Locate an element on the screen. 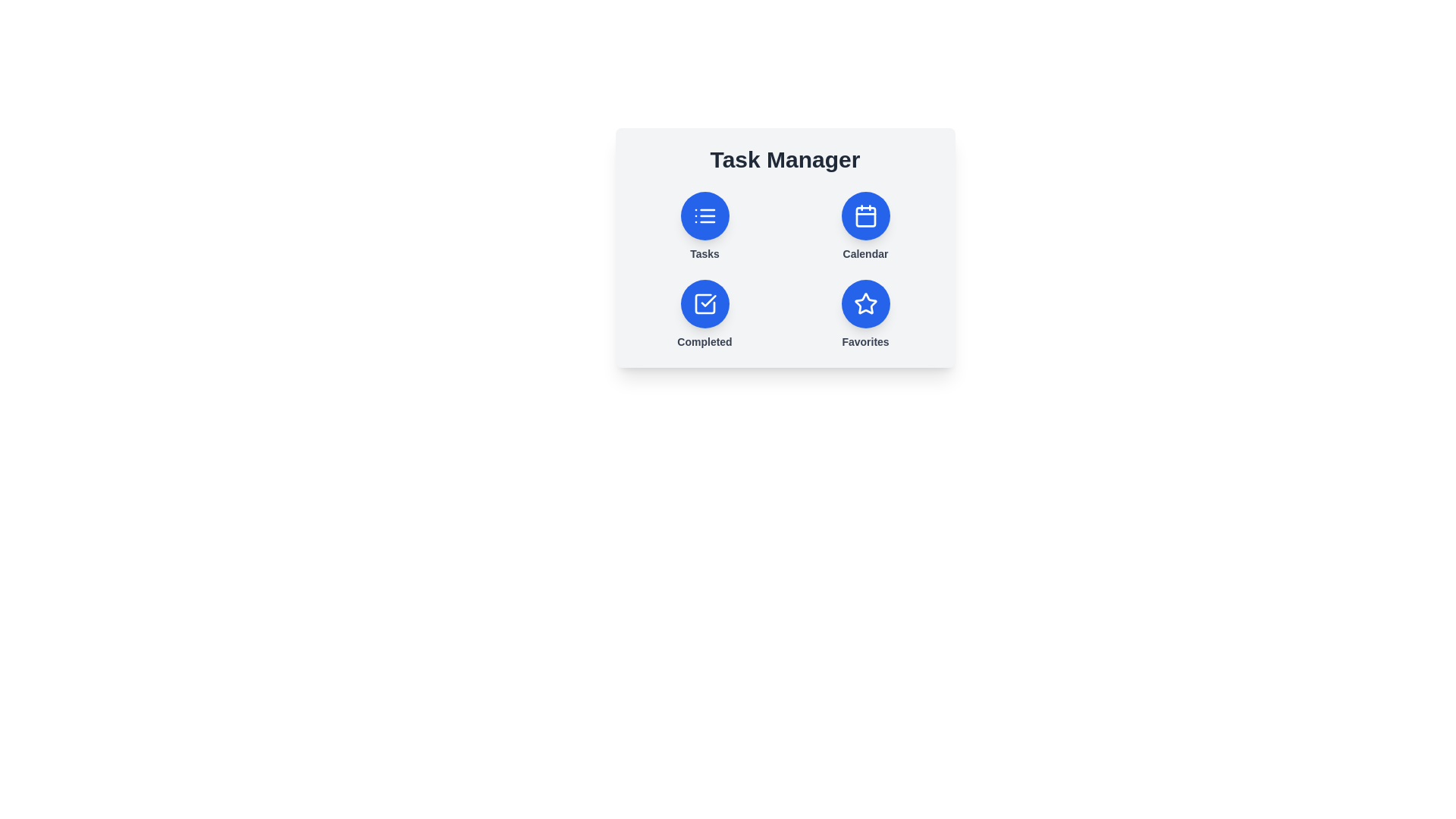 Image resolution: width=1456 pixels, height=819 pixels. the 'Completed' category icon located in the lower-left quadrant of the grid layout, which signifies completed tasks is located at coordinates (704, 304).